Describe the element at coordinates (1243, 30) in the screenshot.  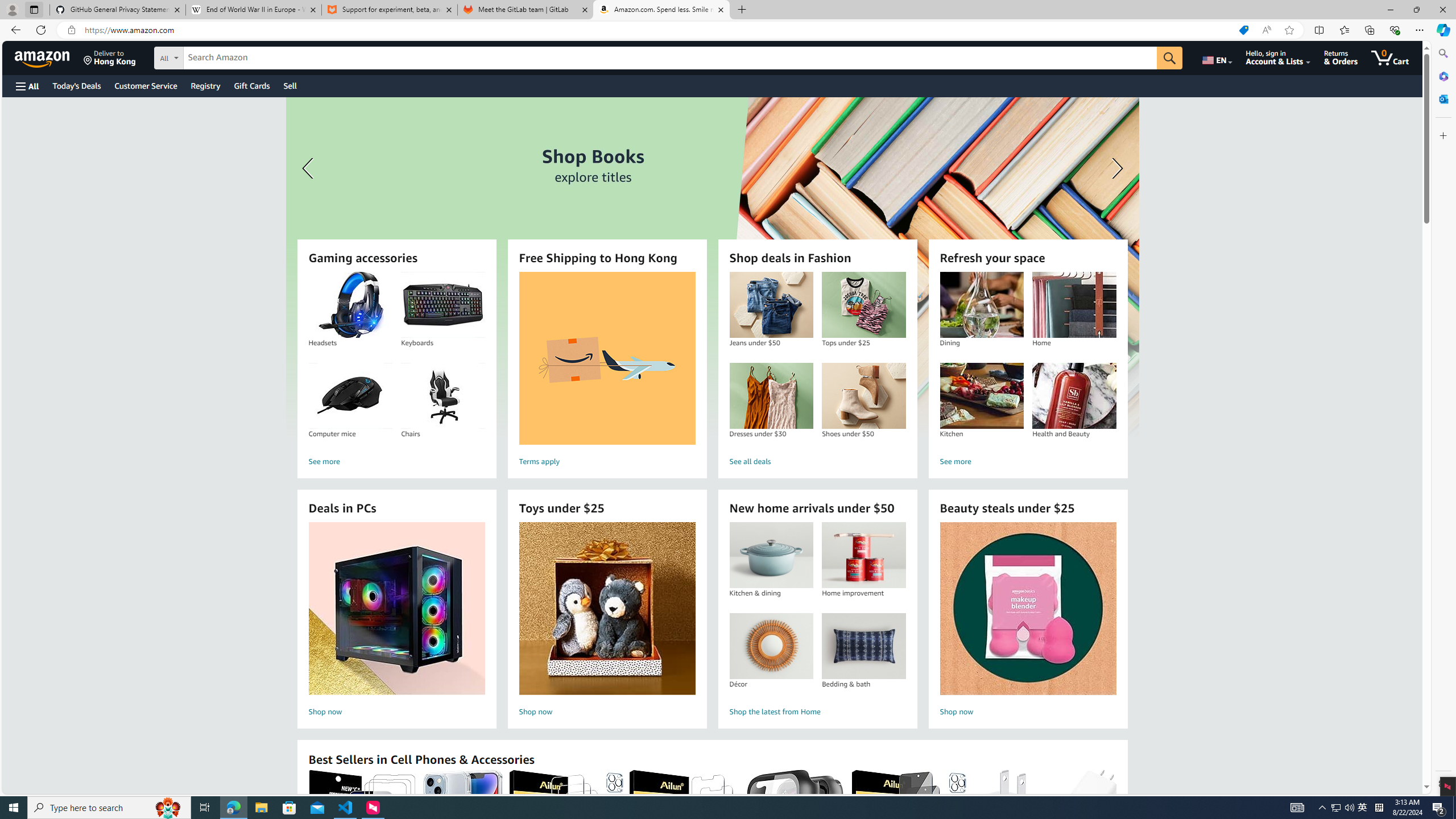
I see `'Shopping in Microsoft Edge'` at that location.